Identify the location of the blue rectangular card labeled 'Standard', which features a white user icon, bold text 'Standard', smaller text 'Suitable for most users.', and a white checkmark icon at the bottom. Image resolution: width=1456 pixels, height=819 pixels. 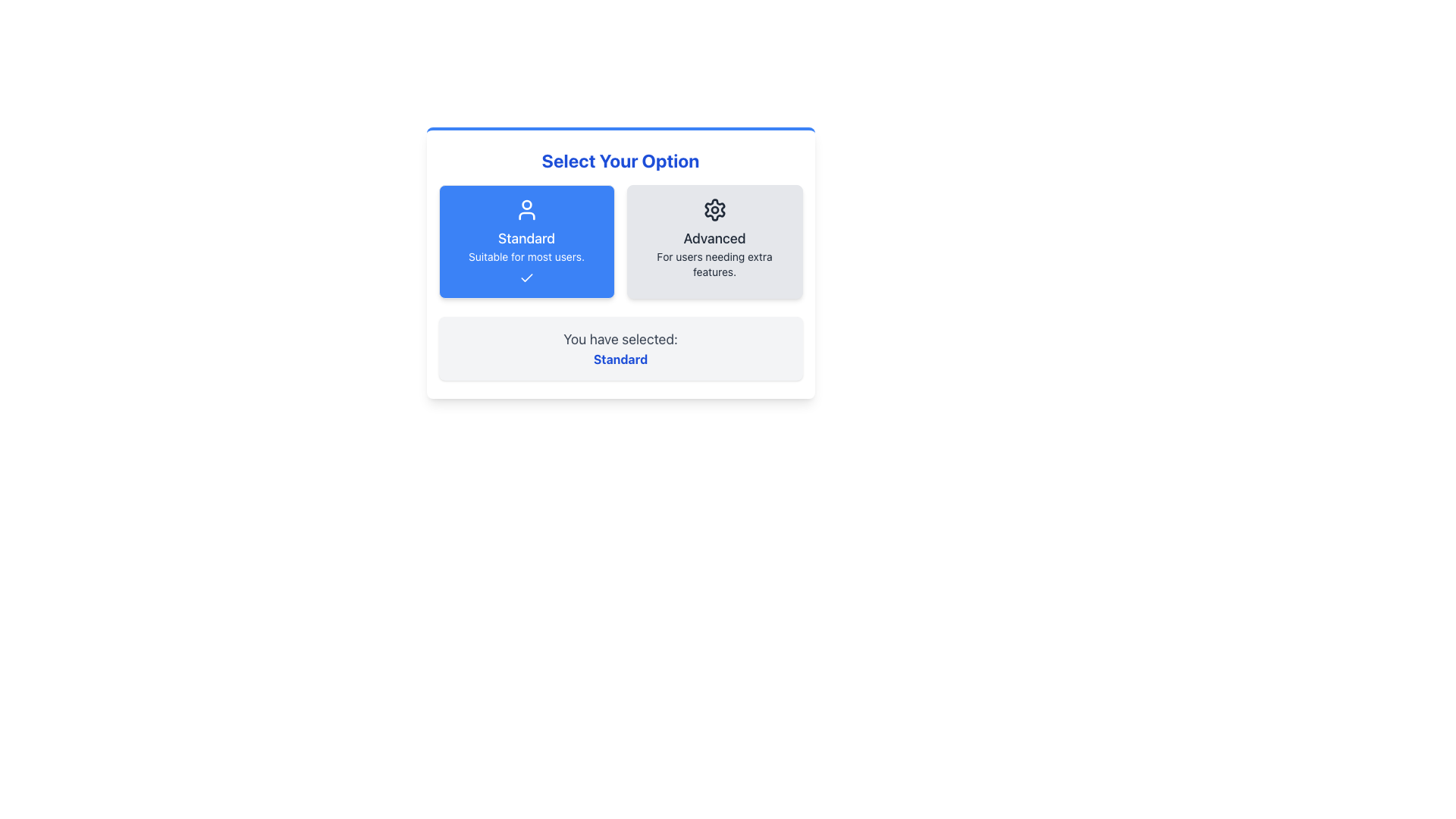
(526, 241).